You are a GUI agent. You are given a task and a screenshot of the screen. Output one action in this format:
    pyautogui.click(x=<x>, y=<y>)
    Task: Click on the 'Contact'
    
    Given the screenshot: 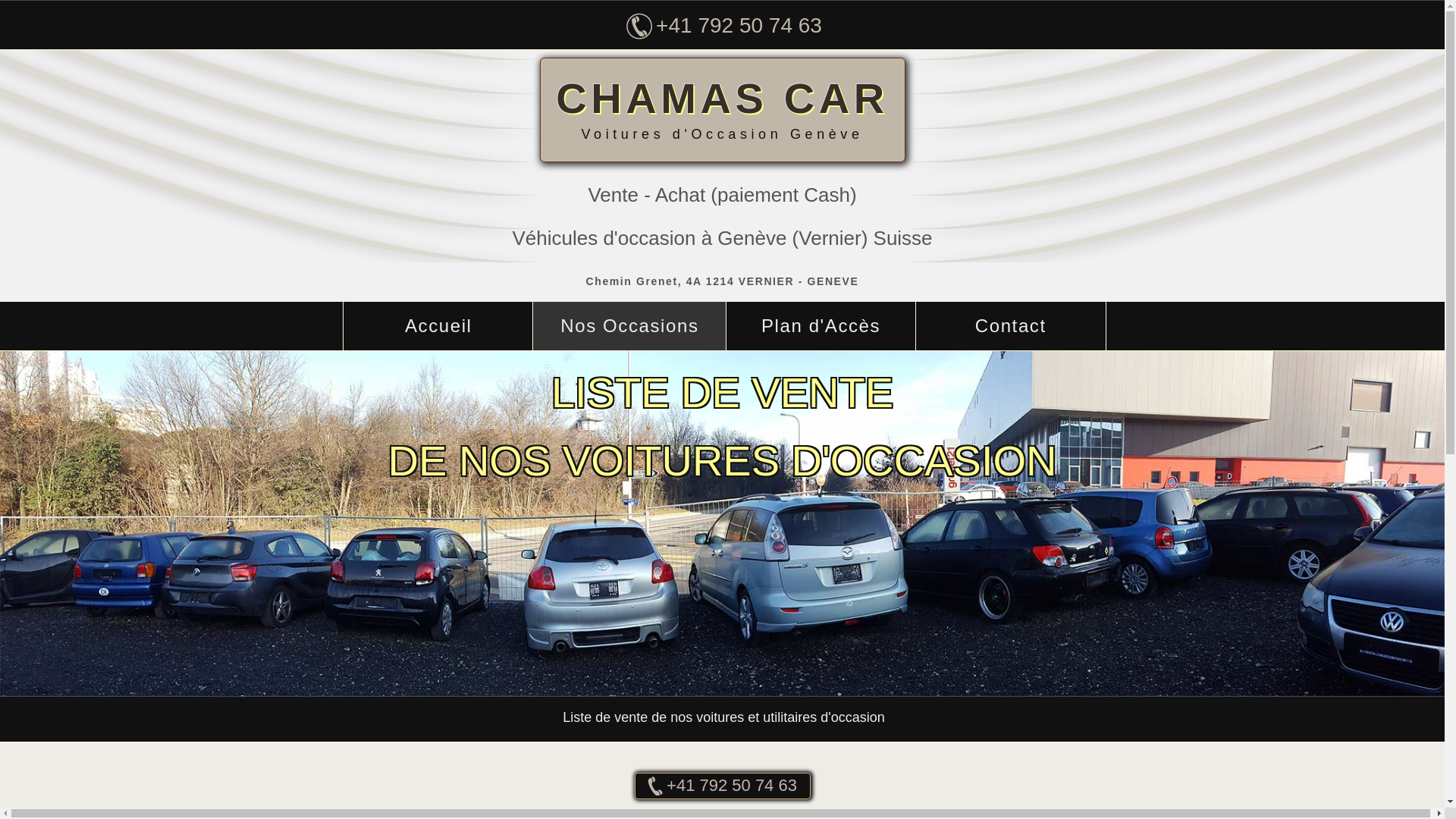 What is the action you would take?
    pyautogui.click(x=1011, y=325)
    